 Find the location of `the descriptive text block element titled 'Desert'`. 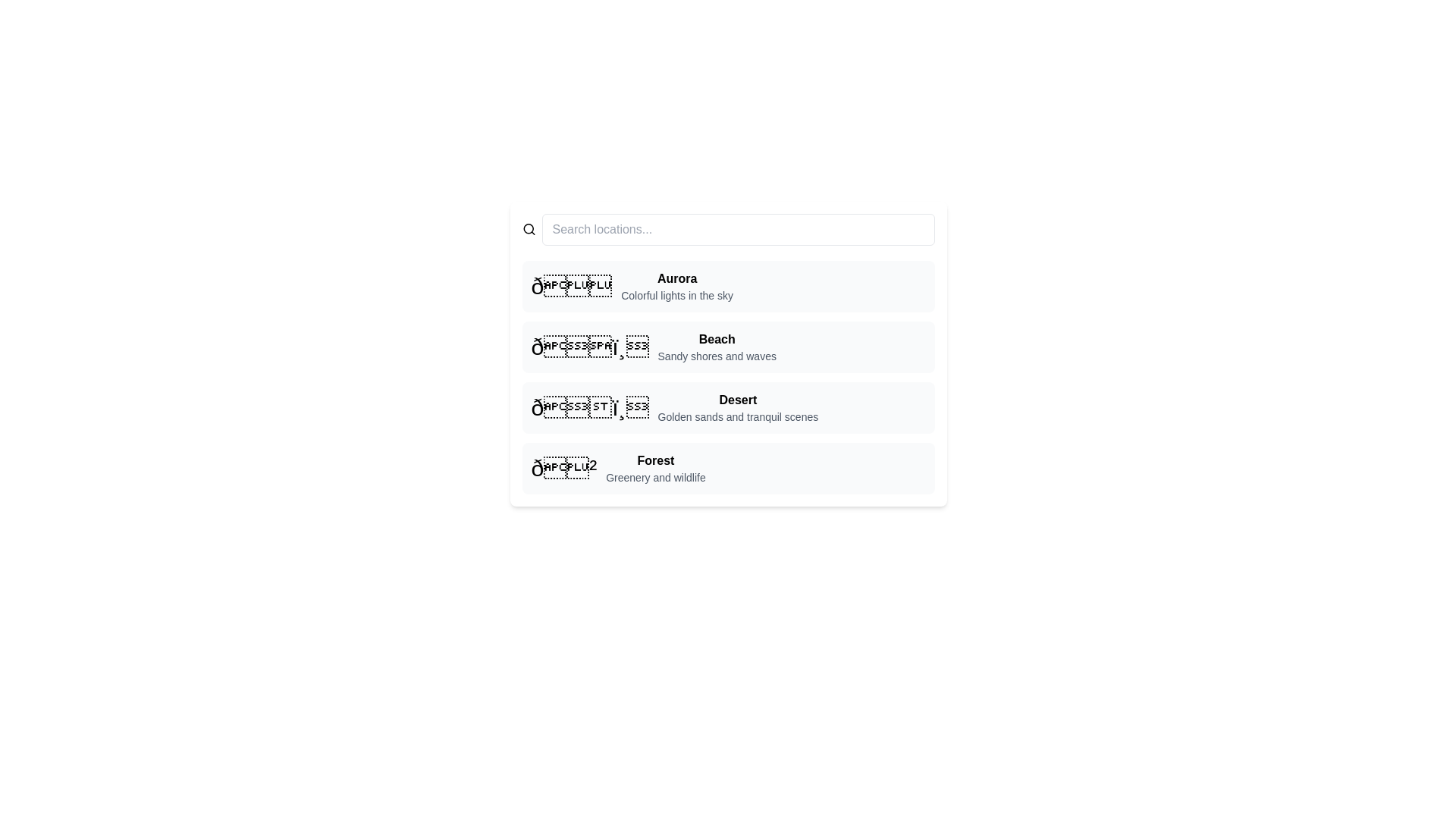

the descriptive text block element titled 'Desert' is located at coordinates (738, 406).